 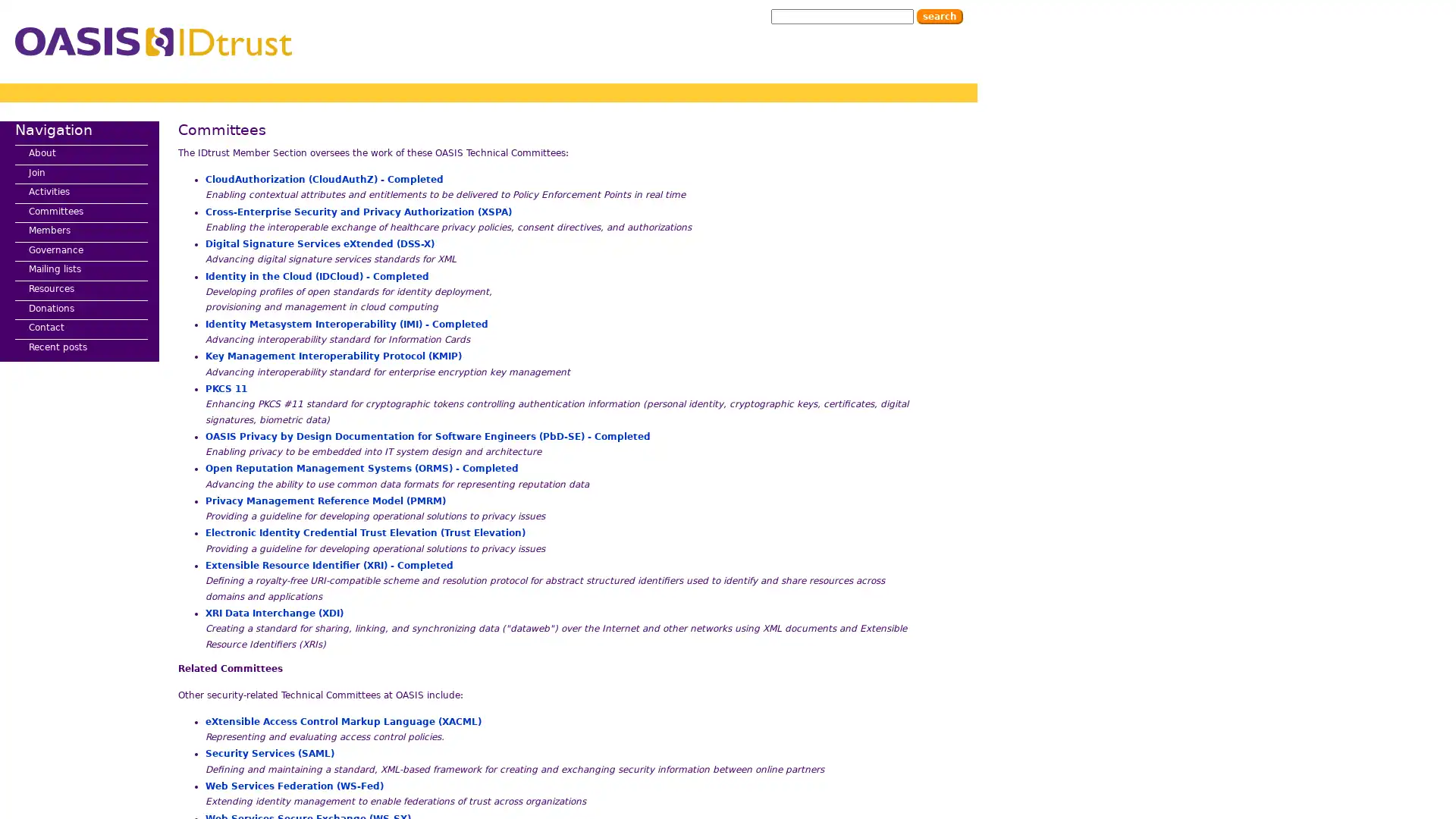 What do you see at coordinates (939, 17) in the screenshot?
I see `Search` at bounding box center [939, 17].